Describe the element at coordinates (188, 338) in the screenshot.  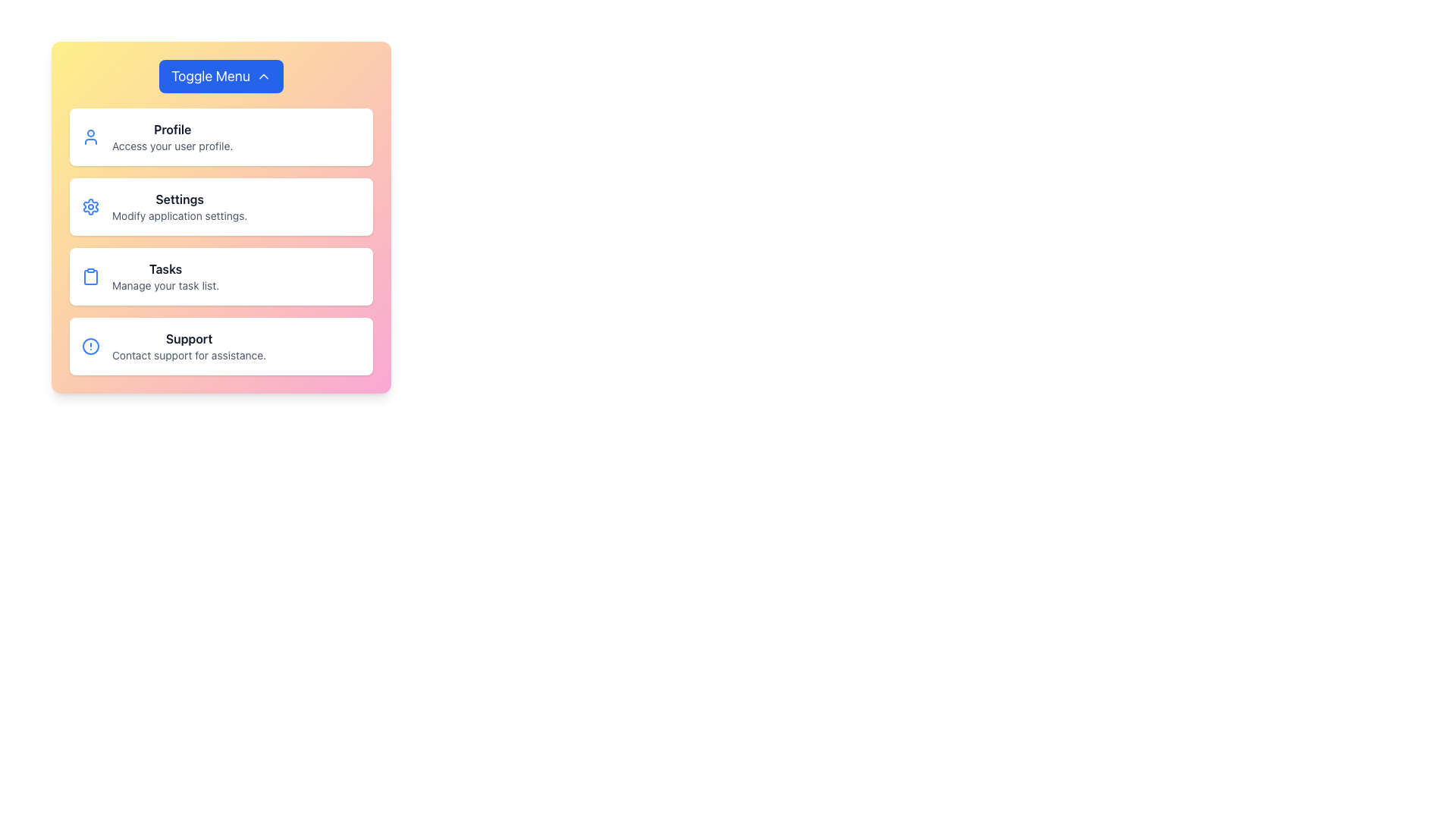
I see `the text label that serves as a header for the support option, located to the right of an exclamation mark icon` at that location.